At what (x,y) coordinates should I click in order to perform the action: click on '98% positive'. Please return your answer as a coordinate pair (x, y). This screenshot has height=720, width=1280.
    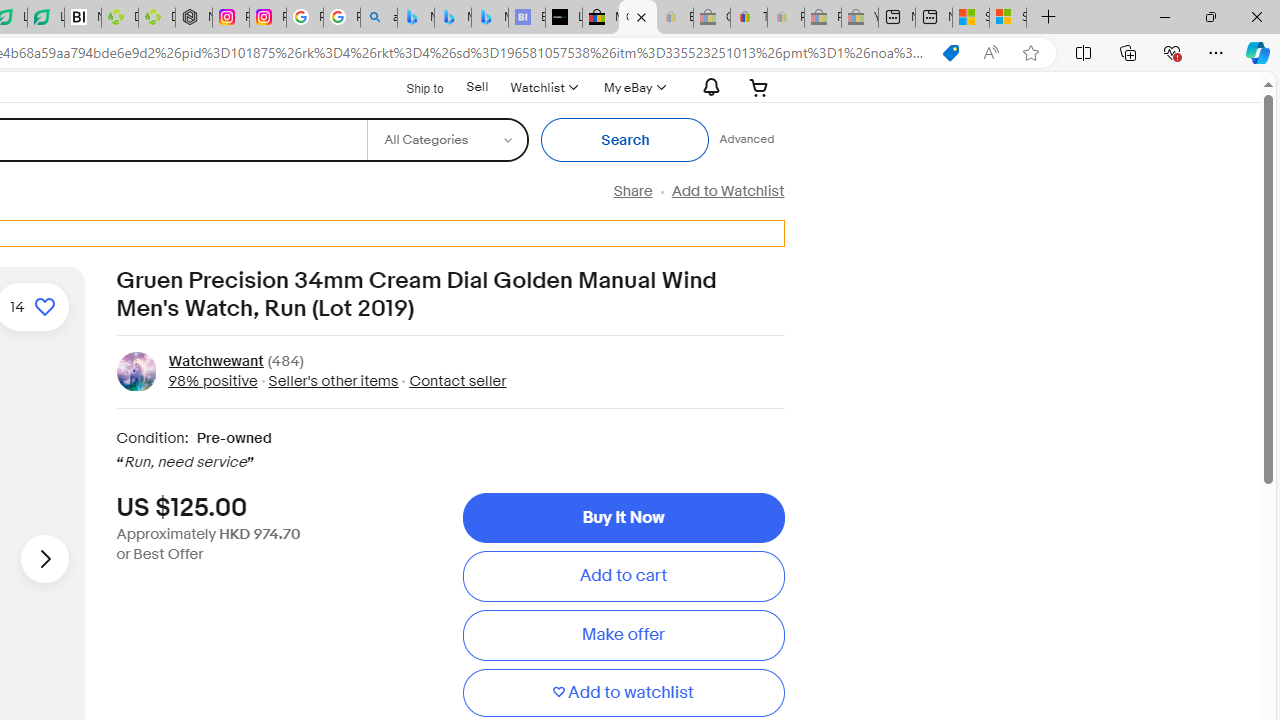
    Looking at the image, I should click on (213, 380).